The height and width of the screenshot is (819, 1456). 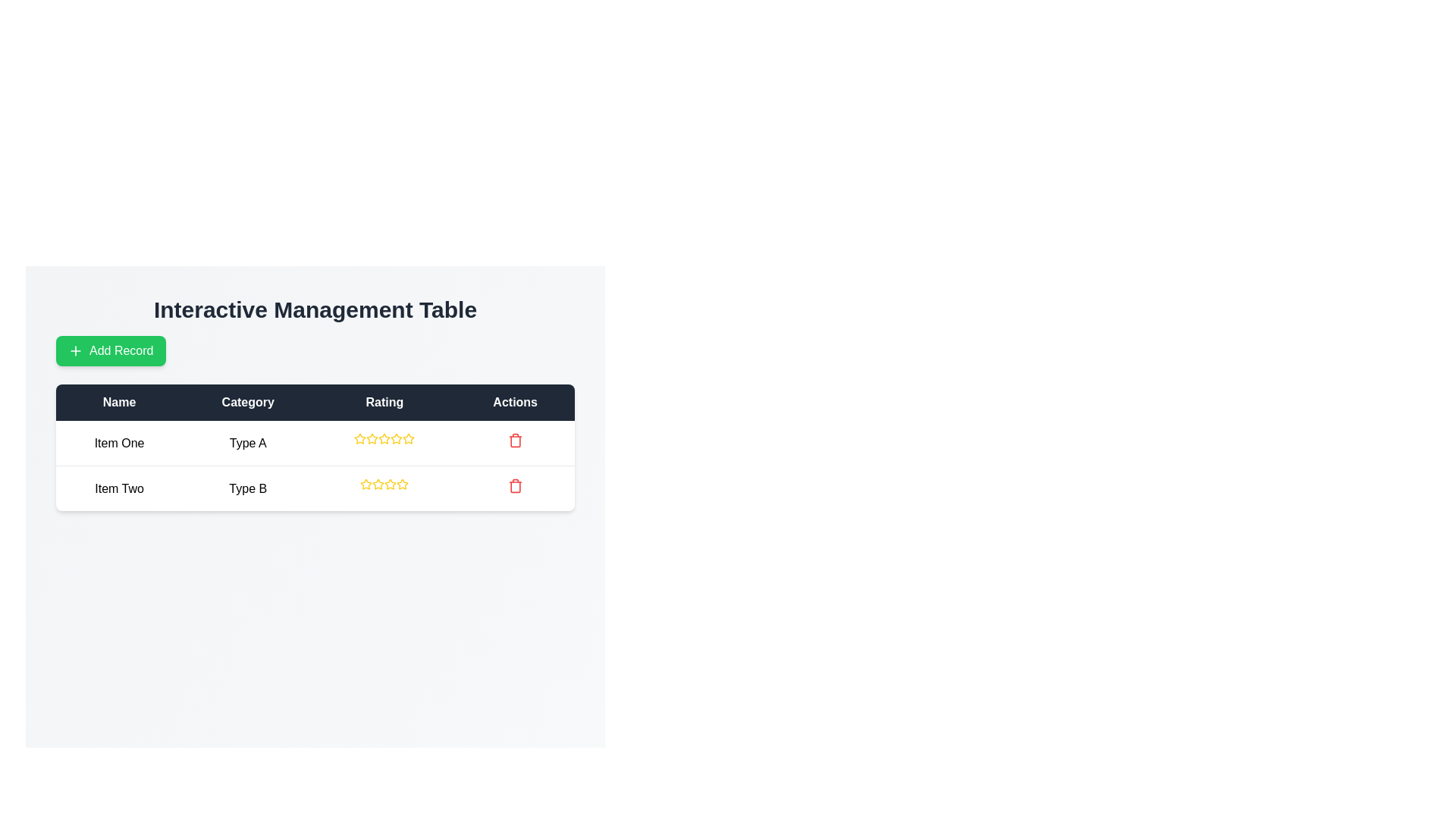 What do you see at coordinates (403, 485) in the screenshot?
I see `the fifth star icon in the rating section associated with 'Item Two' and 'Type B'` at bounding box center [403, 485].